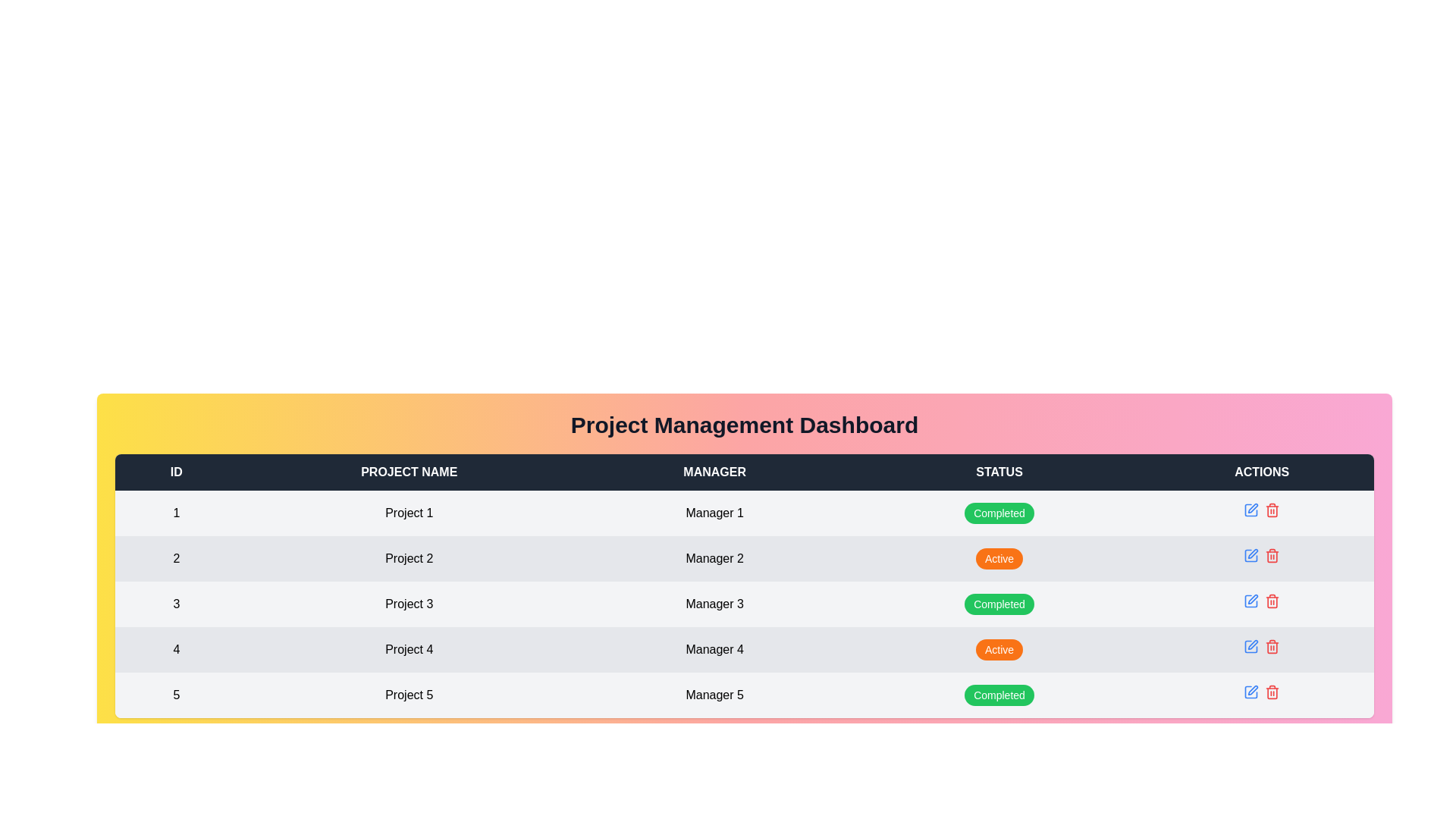 This screenshot has height=819, width=1456. Describe the element at coordinates (999, 558) in the screenshot. I see `the Status indicator button in the fourth column of the second row, which designates the status as 'Active' and is aligned with 'Manager 2'` at that location.